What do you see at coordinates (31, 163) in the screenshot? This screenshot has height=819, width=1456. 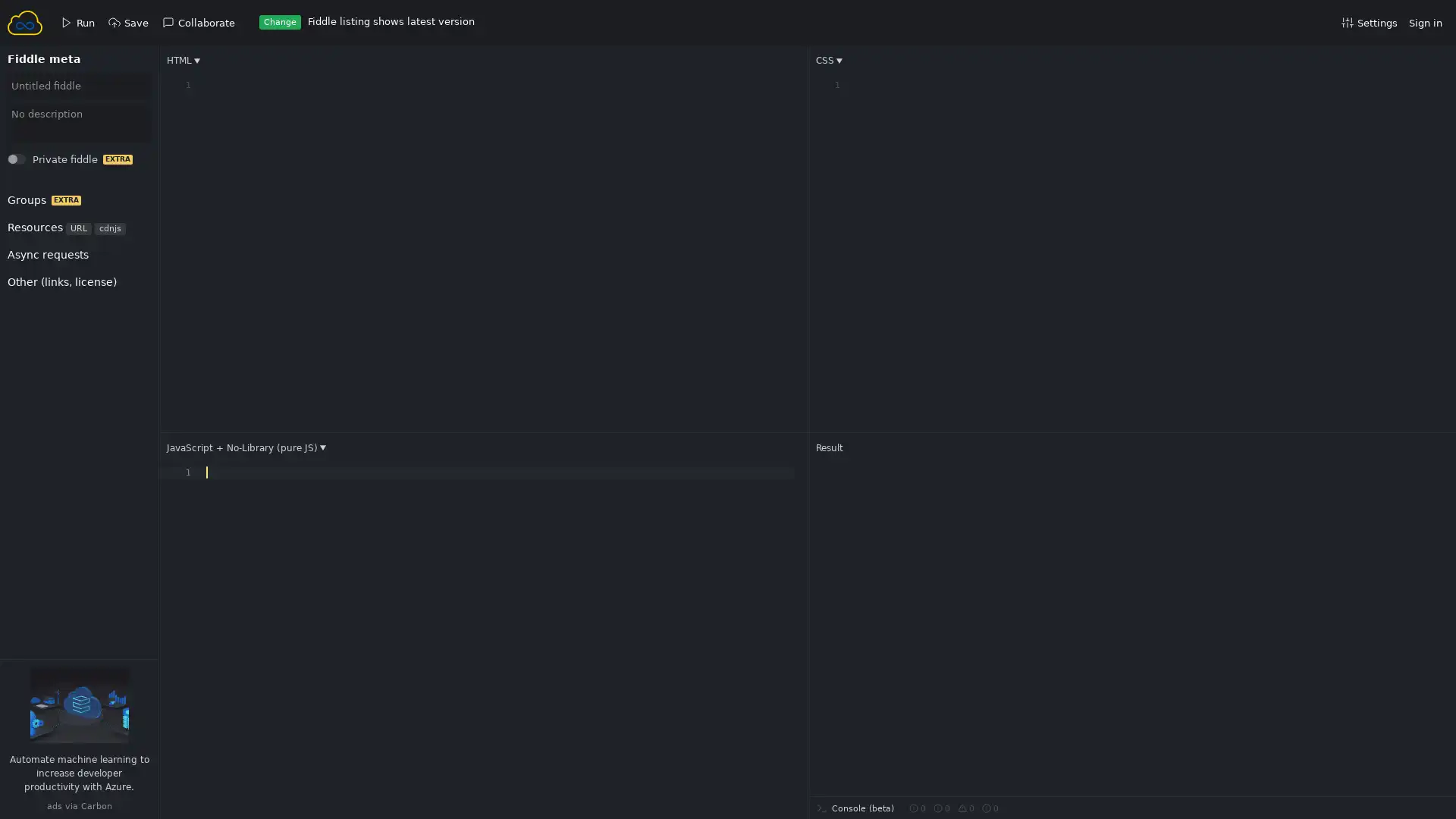 I see `Fork` at bounding box center [31, 163].